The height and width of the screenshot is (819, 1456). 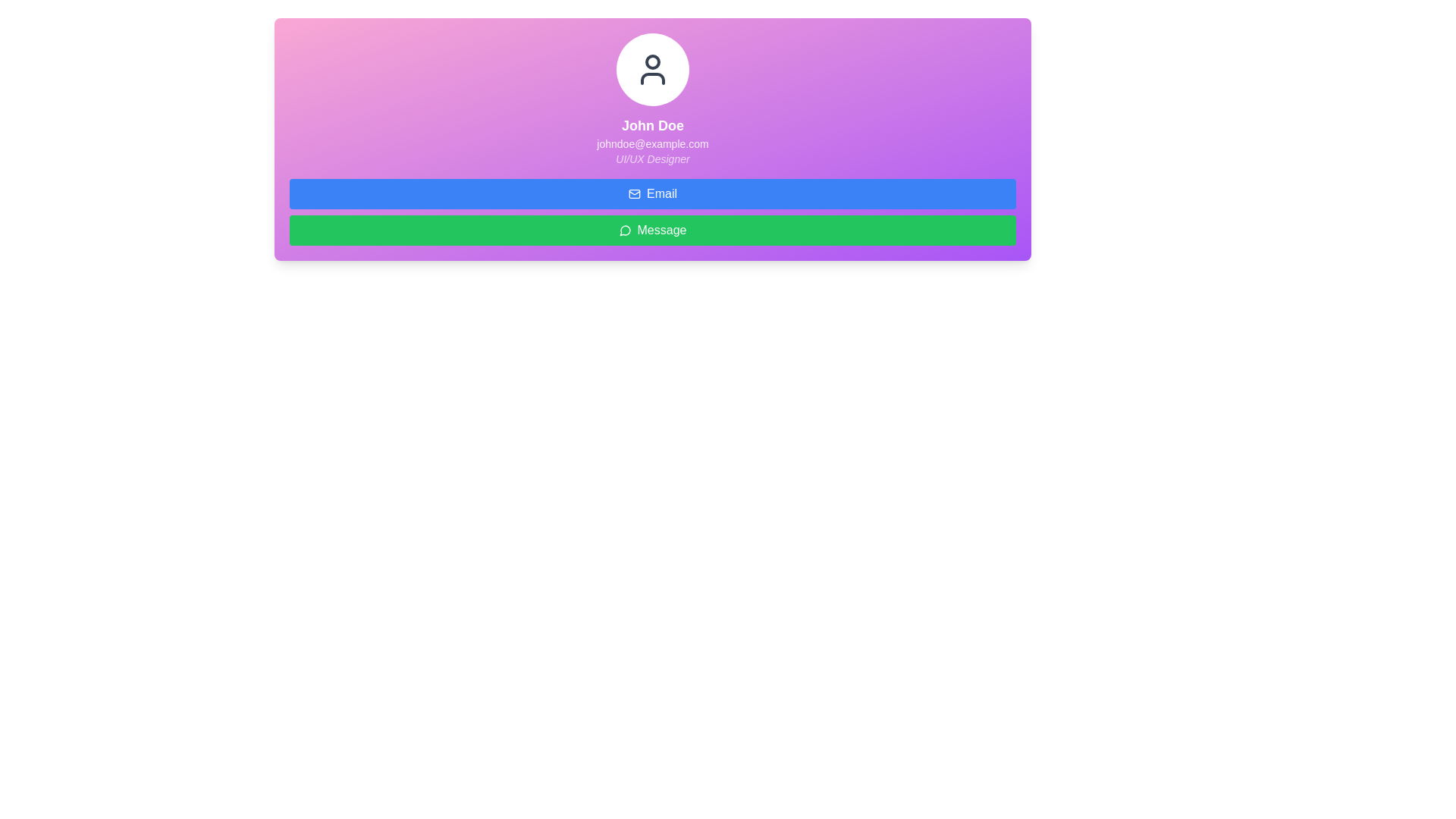 What do you see at coordinates (652, 124) in the screenshot?
I see `text displayed in the user profile's name label, which is located beneath the profile image and above the email address in the top portion of the card layout` at bounding box center [652, 124].